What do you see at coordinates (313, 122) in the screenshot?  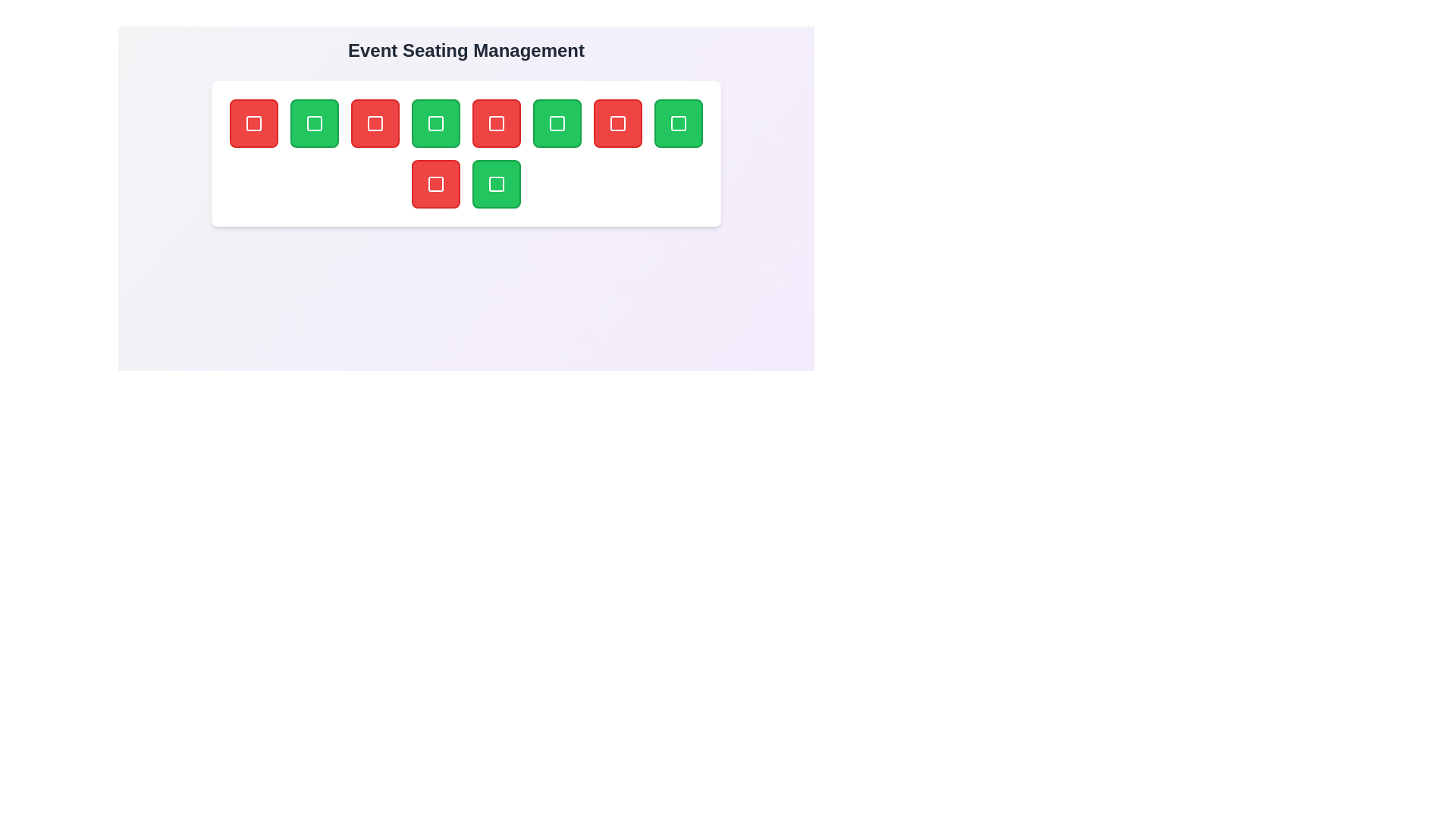 I see `the center icon of the available seat in the seating management grid, which is located within a rounded green box in the first row, second column labeled 'Seat 2'` at bounding box center [313, 122].